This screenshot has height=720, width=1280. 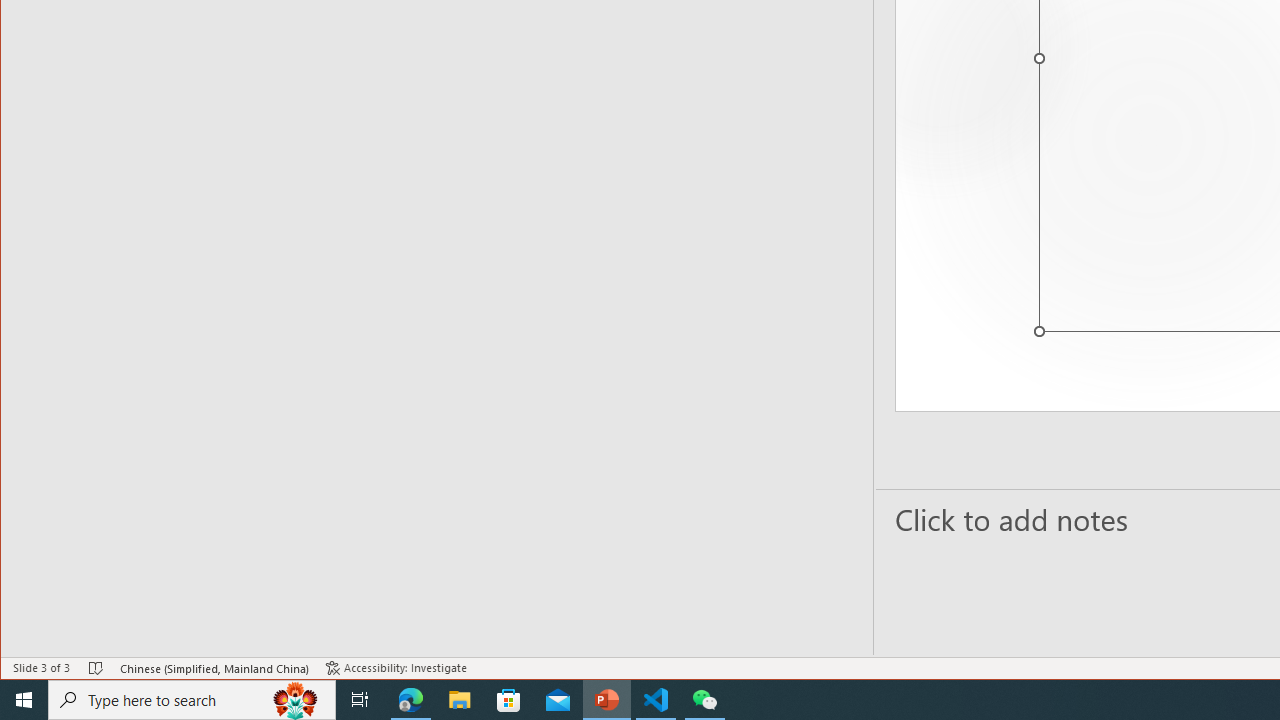 I want to click on 'Microsoft Edge - 1 running window', so click(x=410, y=698).